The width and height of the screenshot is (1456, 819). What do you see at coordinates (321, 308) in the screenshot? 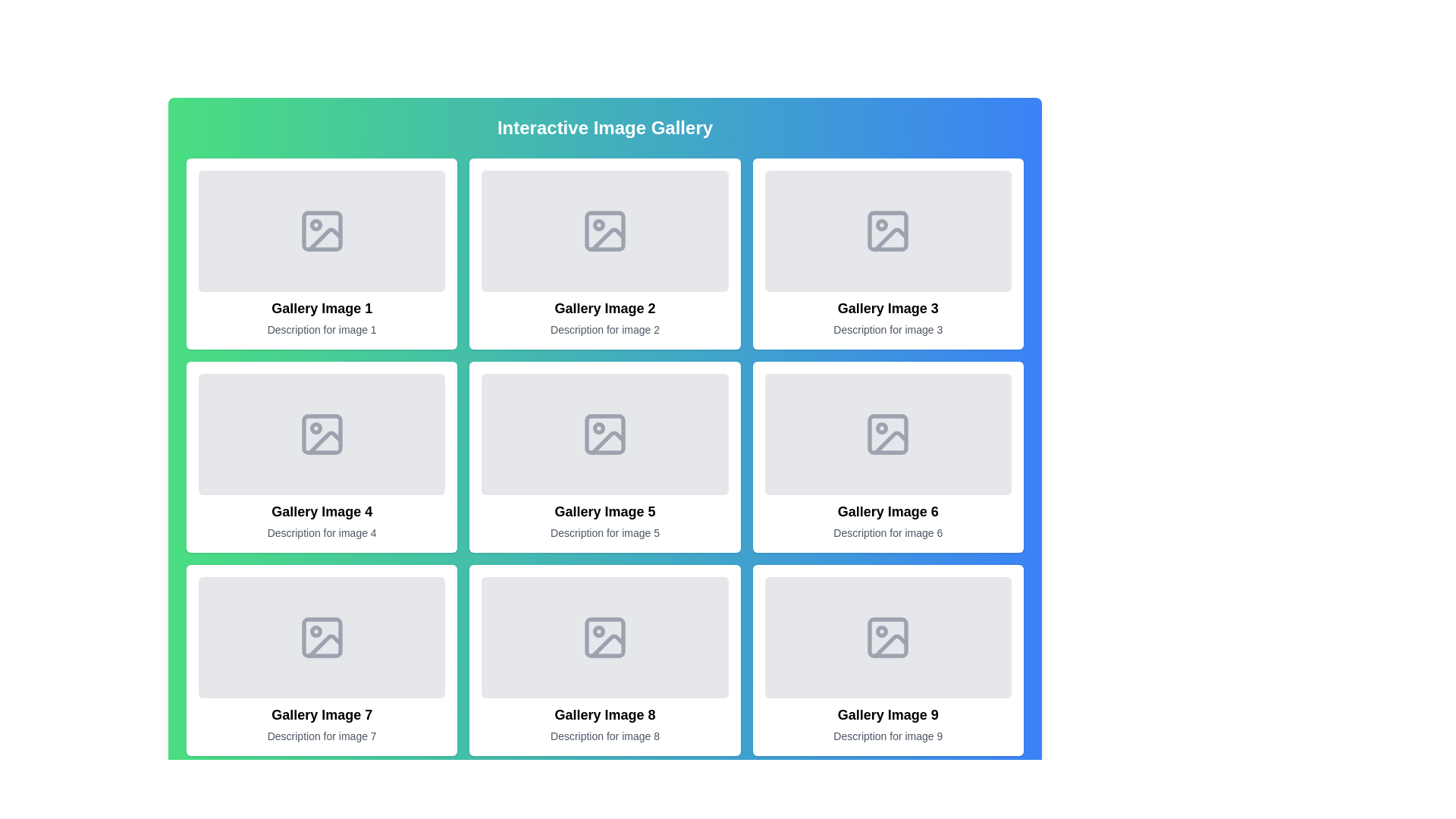
I see `the title label for the gallery image, which is positioned beneath the placeholder image and above the smaller text 'Description for image 1'` at bounding box center [321, 308].